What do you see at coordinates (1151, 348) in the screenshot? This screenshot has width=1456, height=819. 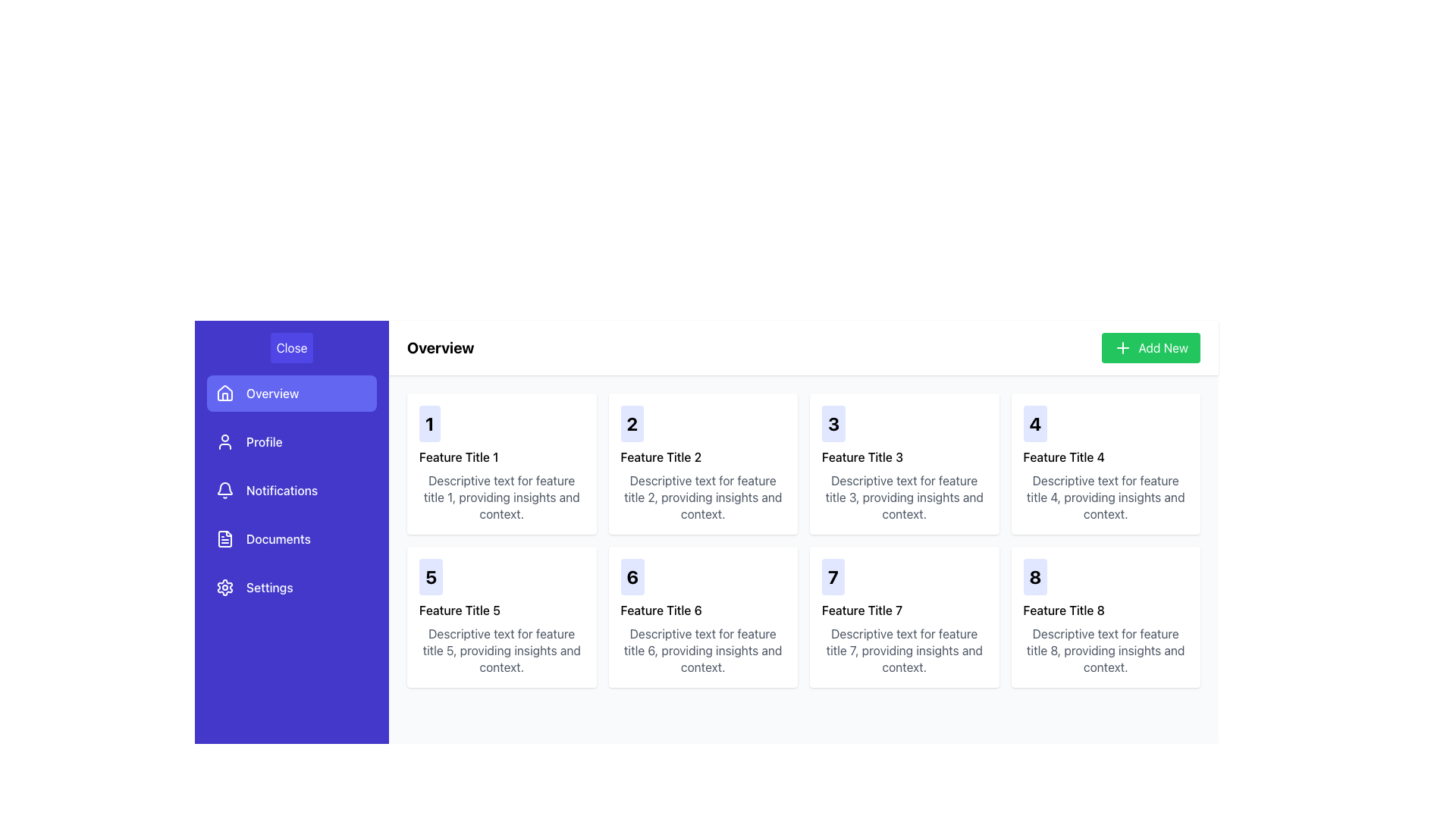 I see `the interactive button located in the top-right corner of the white header bar labeled 'Overview'` at bounding box center [1151, 348].